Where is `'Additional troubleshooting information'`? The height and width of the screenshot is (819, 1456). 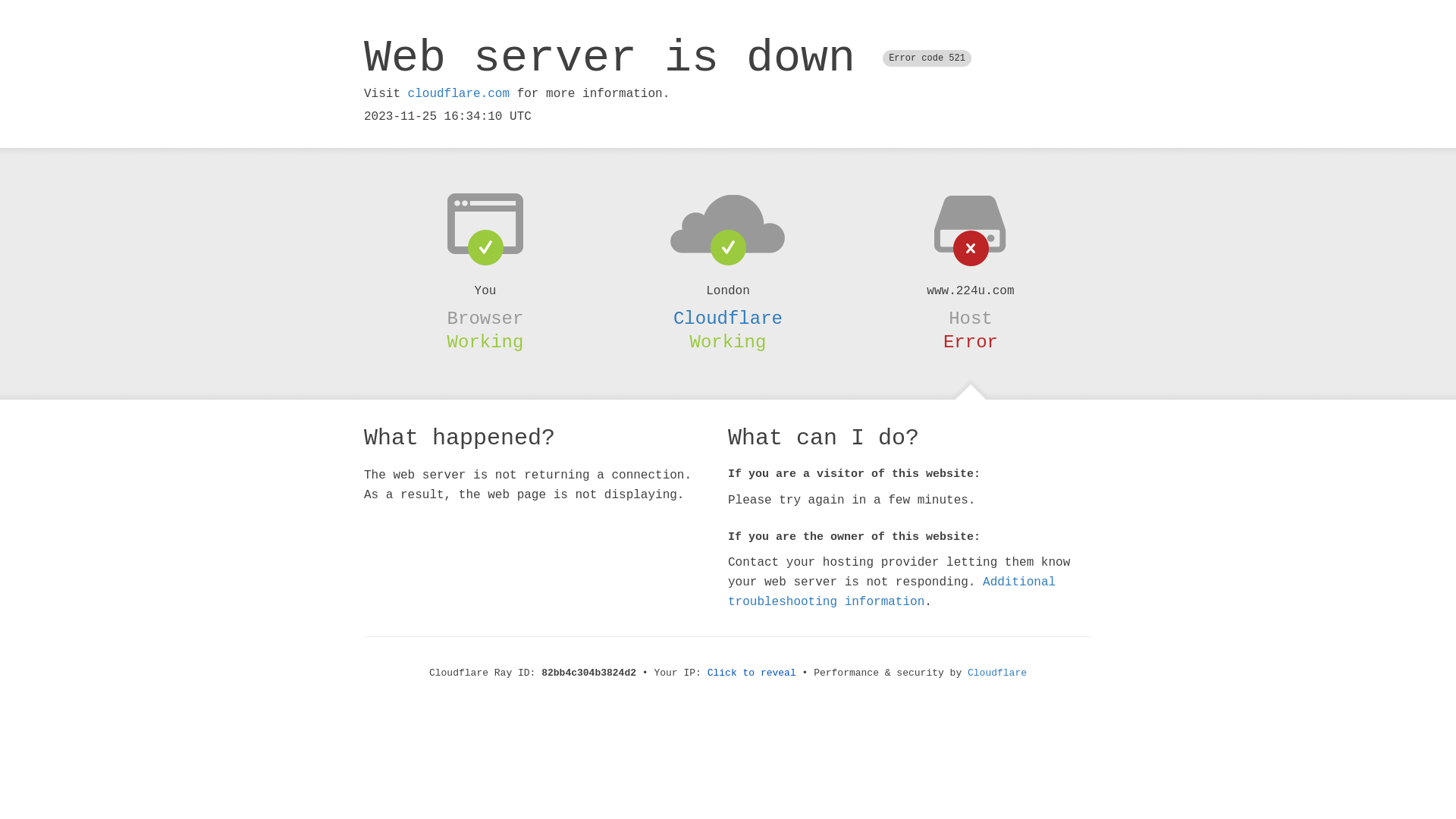
'Additional troubleshooting information' is located at coordinates (892, 591).